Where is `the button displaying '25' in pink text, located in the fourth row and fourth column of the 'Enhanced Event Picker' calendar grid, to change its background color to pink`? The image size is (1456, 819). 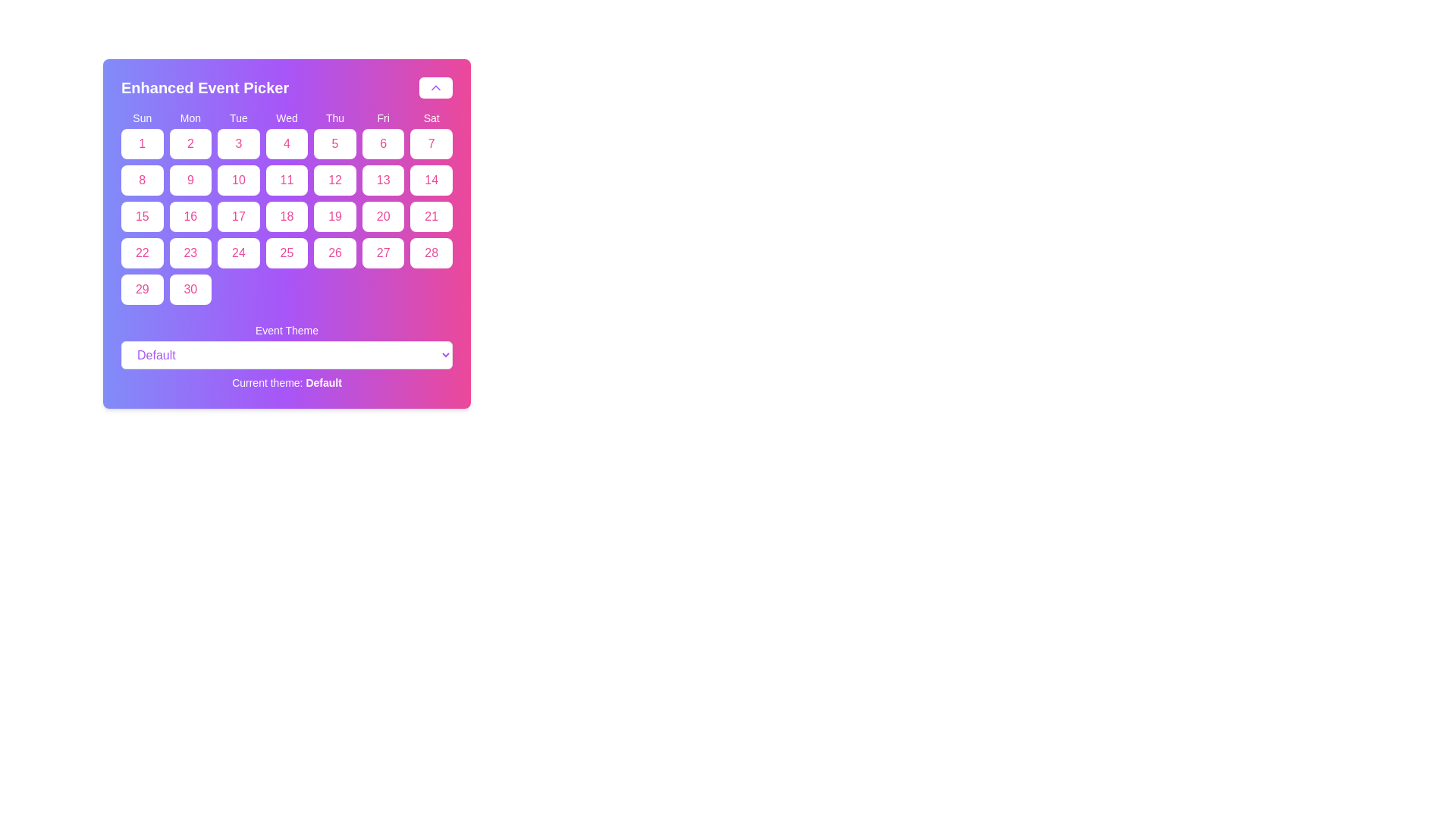
the button displaying '25' in pink text, located in the fourth row and fourth column of the 'Enhanced Event Picker' calendar grid, to change its background color to pink is located at coordinates (287, 253).